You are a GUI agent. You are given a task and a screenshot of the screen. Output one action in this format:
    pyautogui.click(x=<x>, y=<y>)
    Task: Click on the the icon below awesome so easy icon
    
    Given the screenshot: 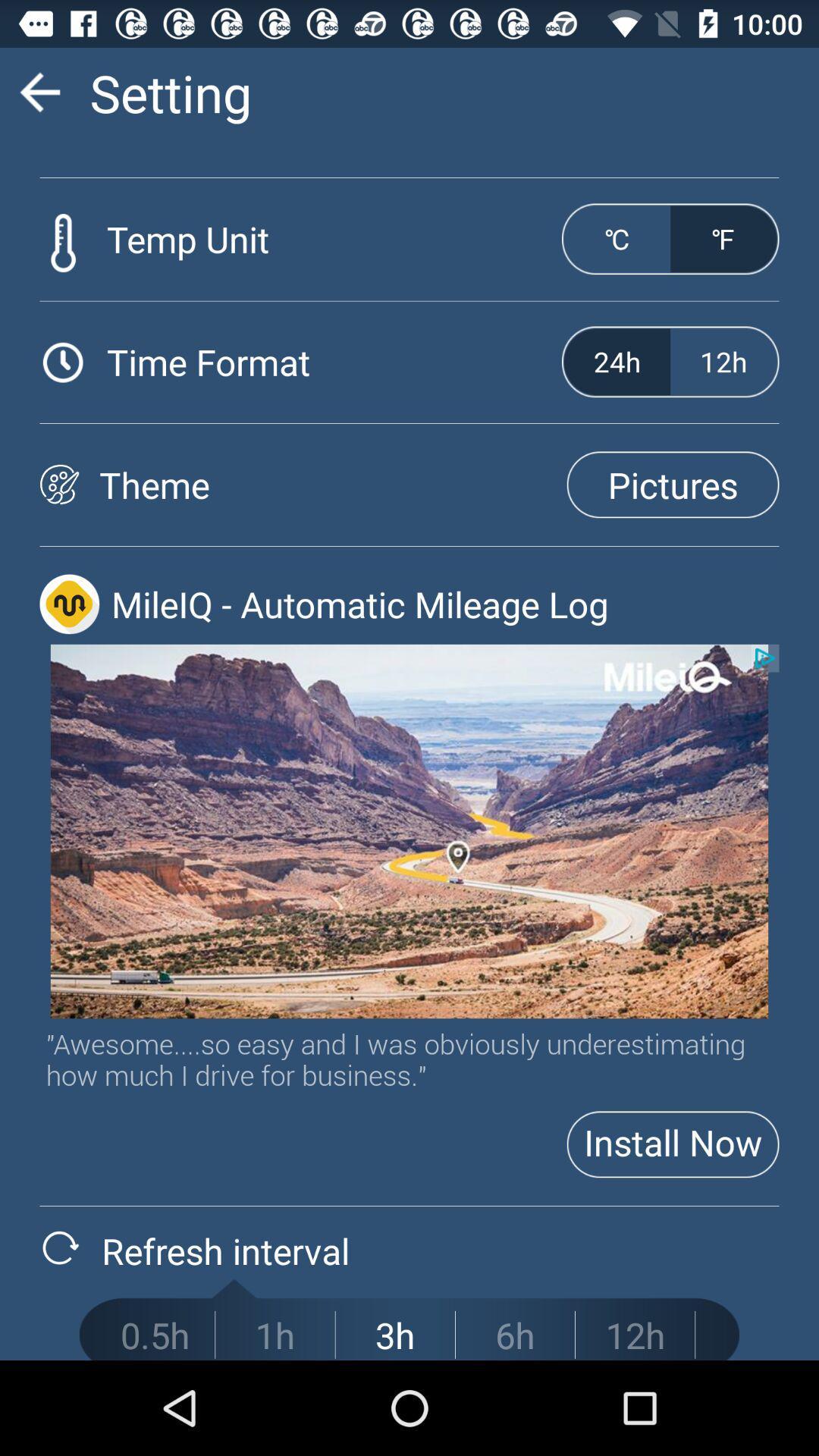 What is the action you would take?
    pyautogui.click(x=672, y=1144)
    